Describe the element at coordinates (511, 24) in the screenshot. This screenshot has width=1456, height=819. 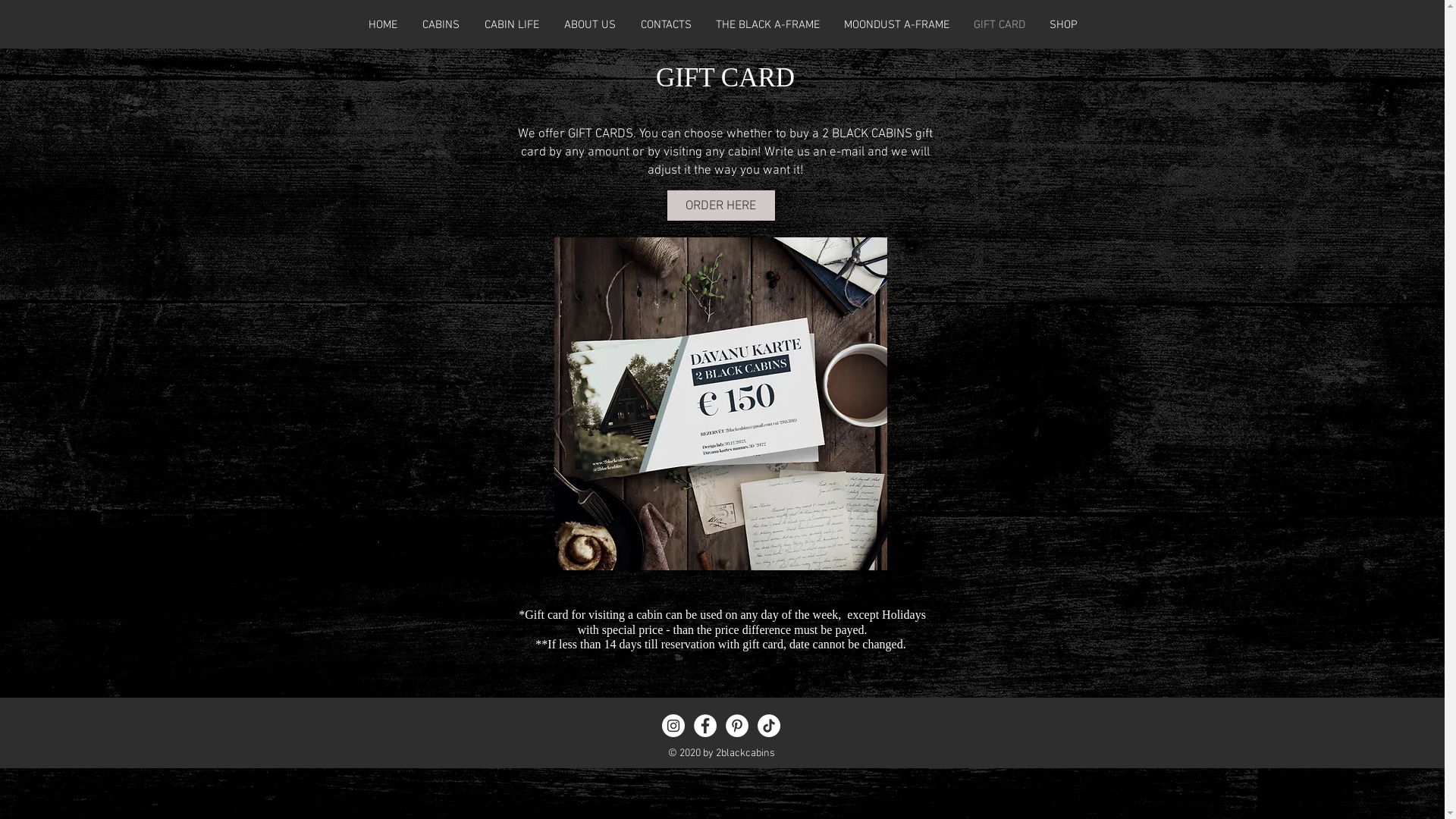
I see `'CABIN LIFE'` at that location.